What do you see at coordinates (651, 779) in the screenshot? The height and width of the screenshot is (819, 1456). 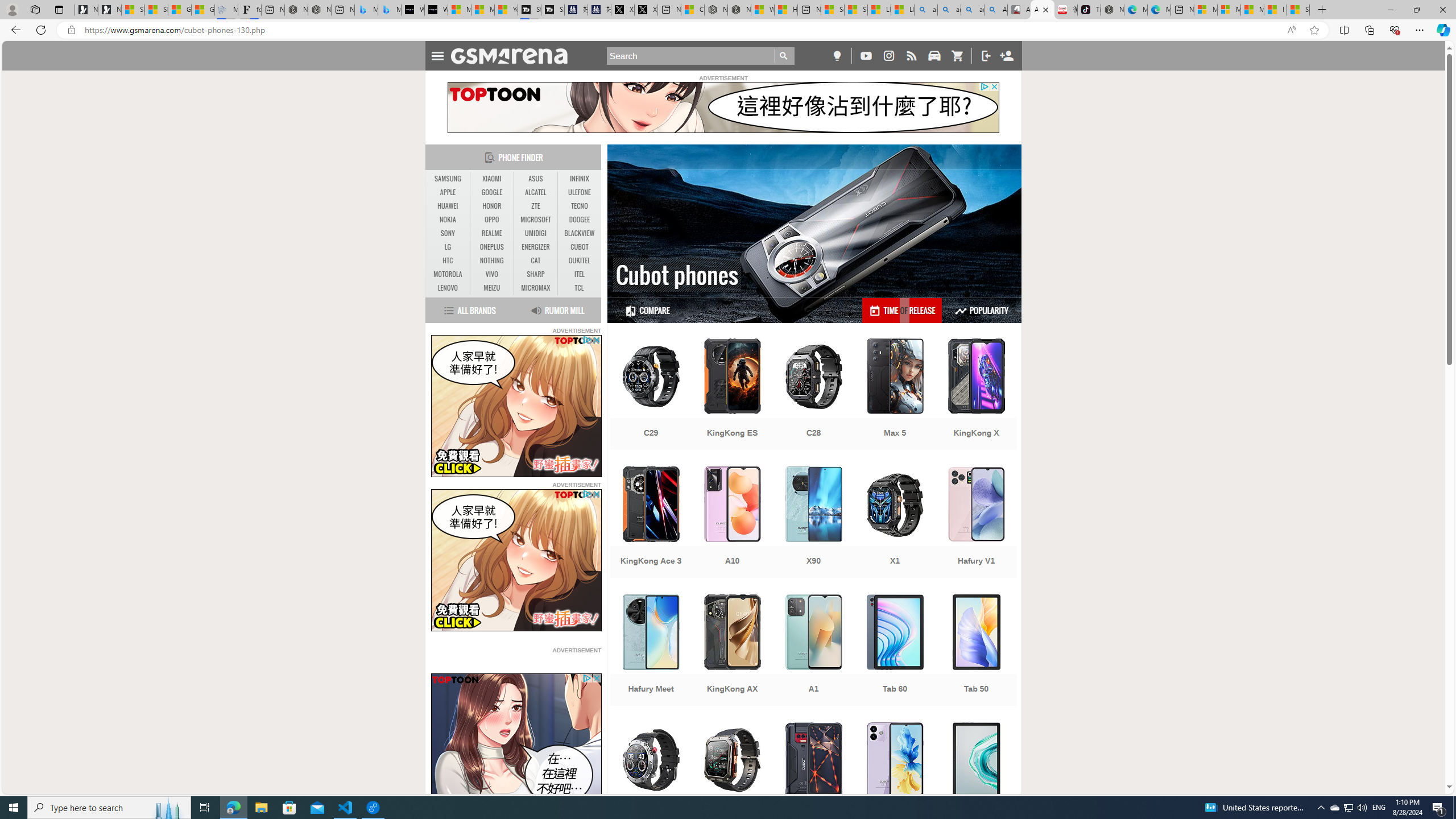 I see `'C21'` at bounding box center [651, 779].